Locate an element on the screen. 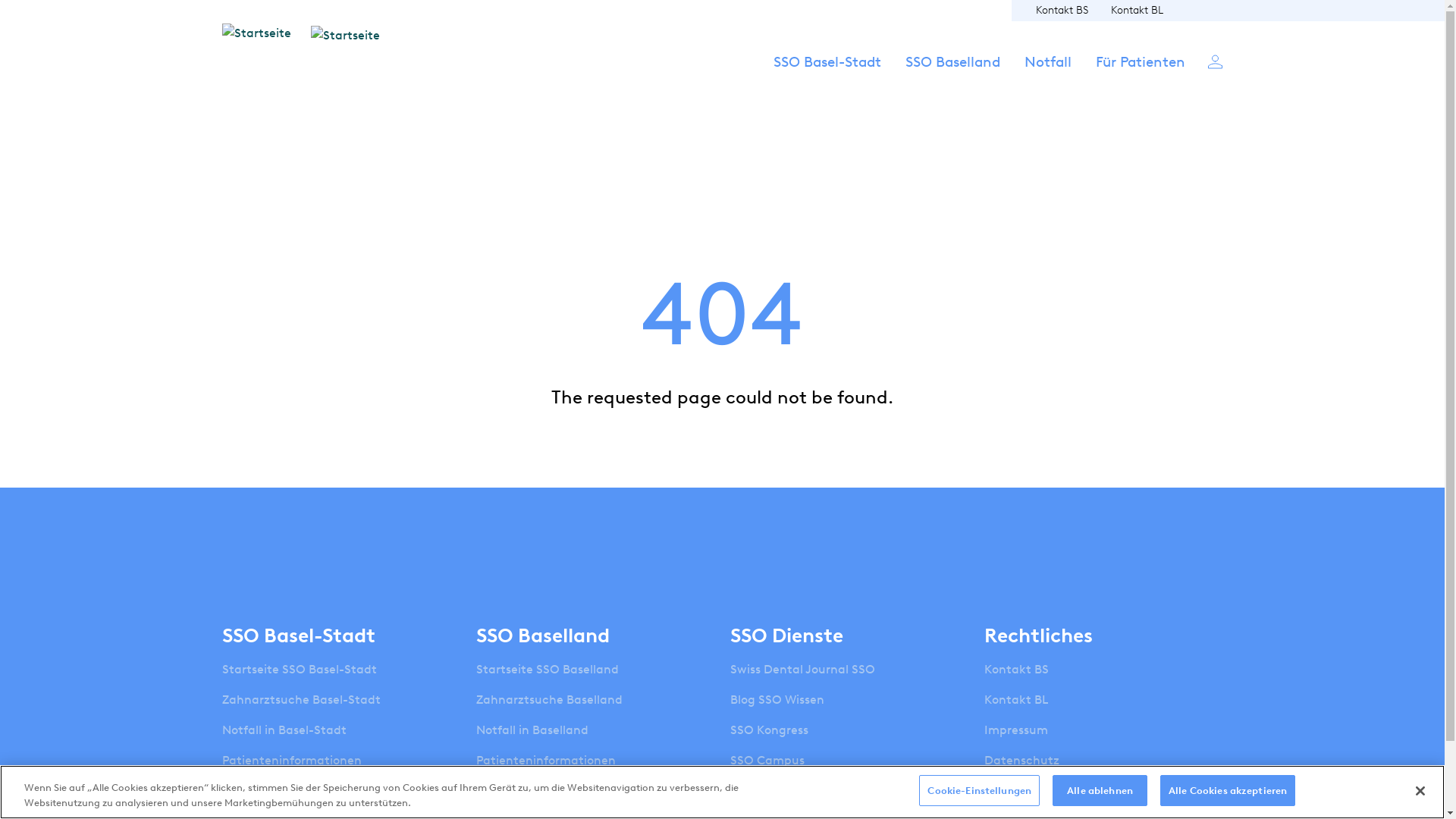  'Alle ablehnen' is located at coordinates (1100, 789).